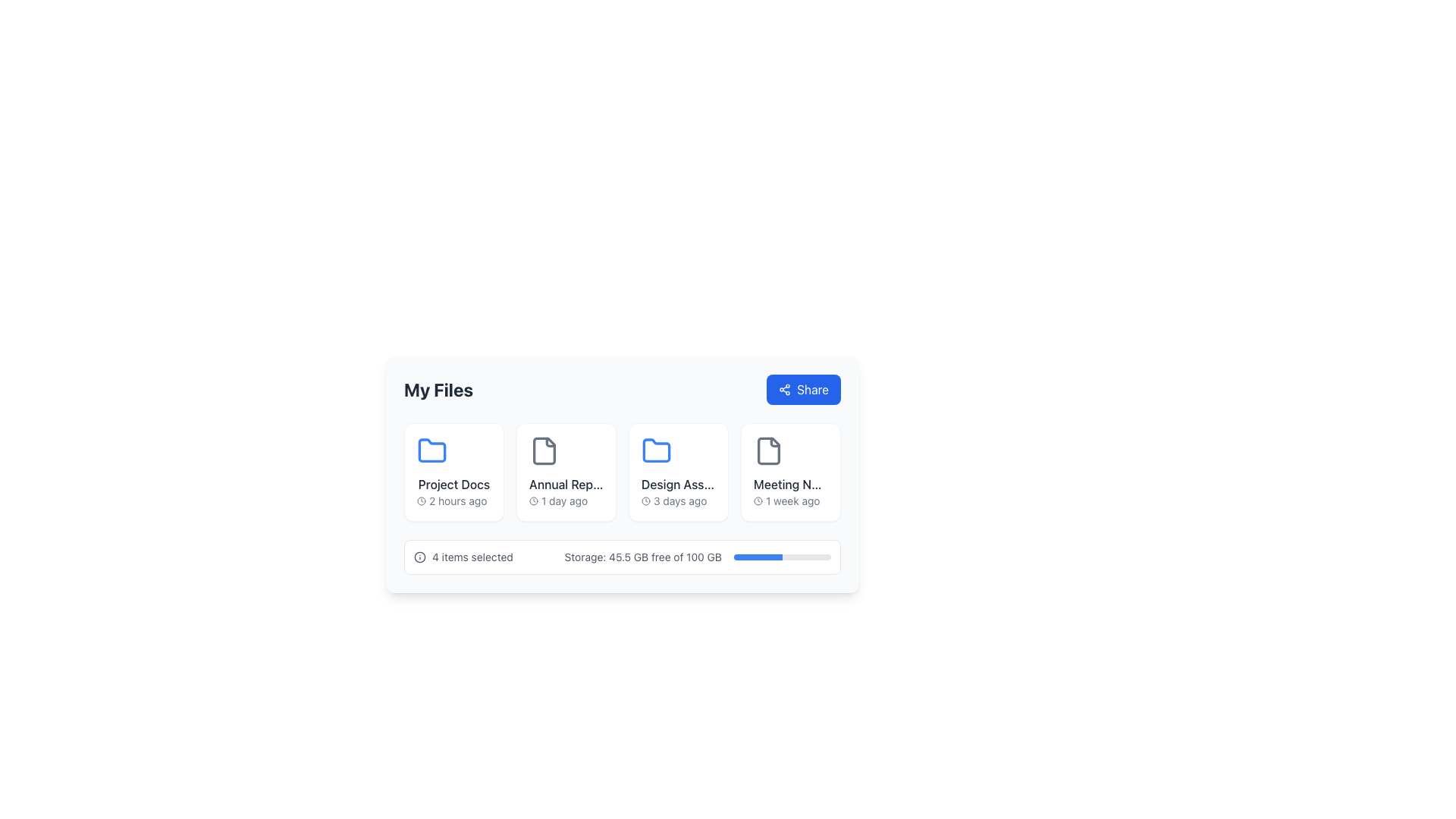 The height and width of the screenshot is (819, 1456). I want to click on the text label 'Meeting Notes.docx' which is styled with a medium font weight and gray color, located at the center of the fourth card in the 'My Files' section, so click(789, 485).